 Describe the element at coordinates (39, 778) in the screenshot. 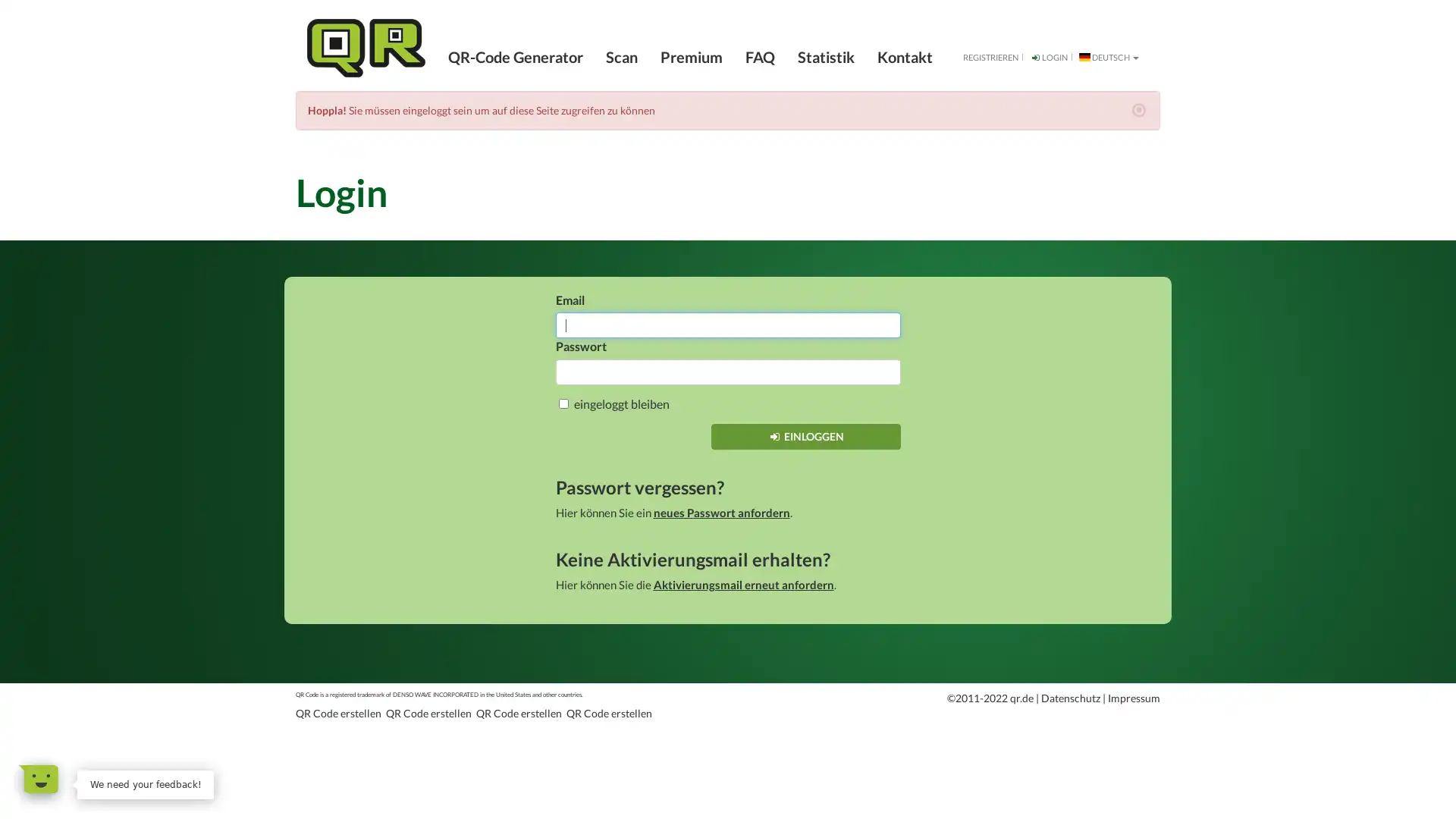

I see `Open` at that location.